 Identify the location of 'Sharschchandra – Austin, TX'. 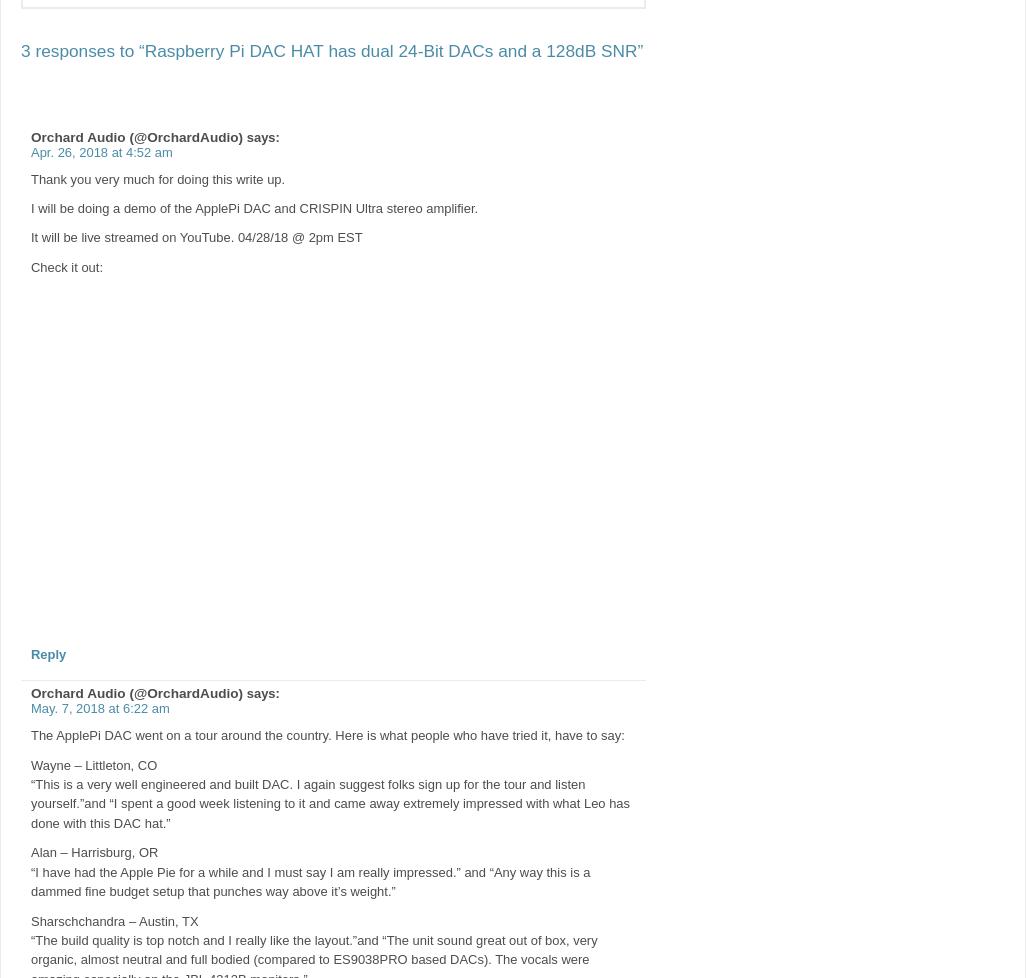
(114, 919).